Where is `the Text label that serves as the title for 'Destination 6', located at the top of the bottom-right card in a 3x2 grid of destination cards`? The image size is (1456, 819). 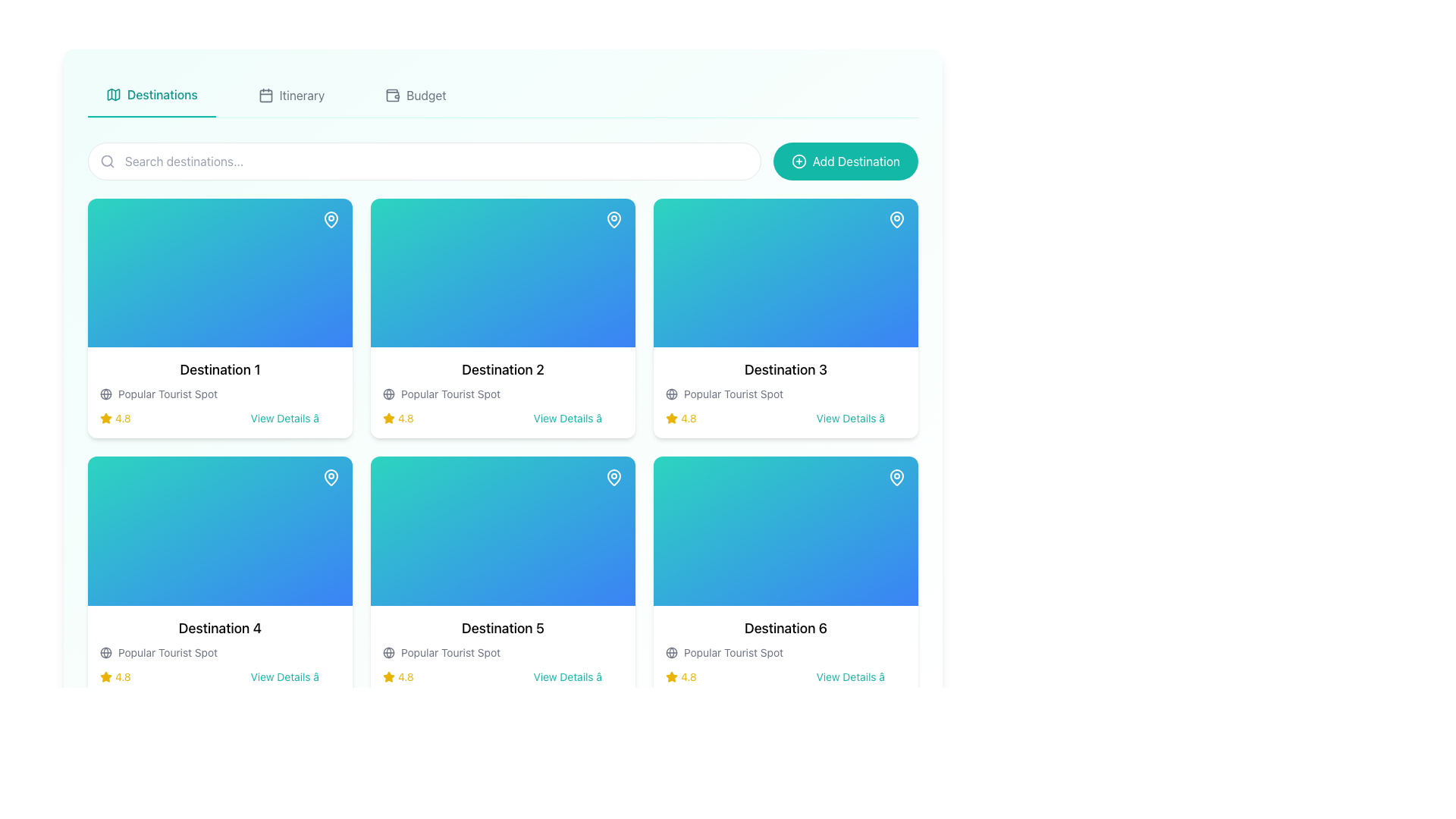 the Text label that serves as the title for 'Destination 6', located at the top of the bottom-right card in a 3x2 grid of destination cards is located at coordinates (786, 628).